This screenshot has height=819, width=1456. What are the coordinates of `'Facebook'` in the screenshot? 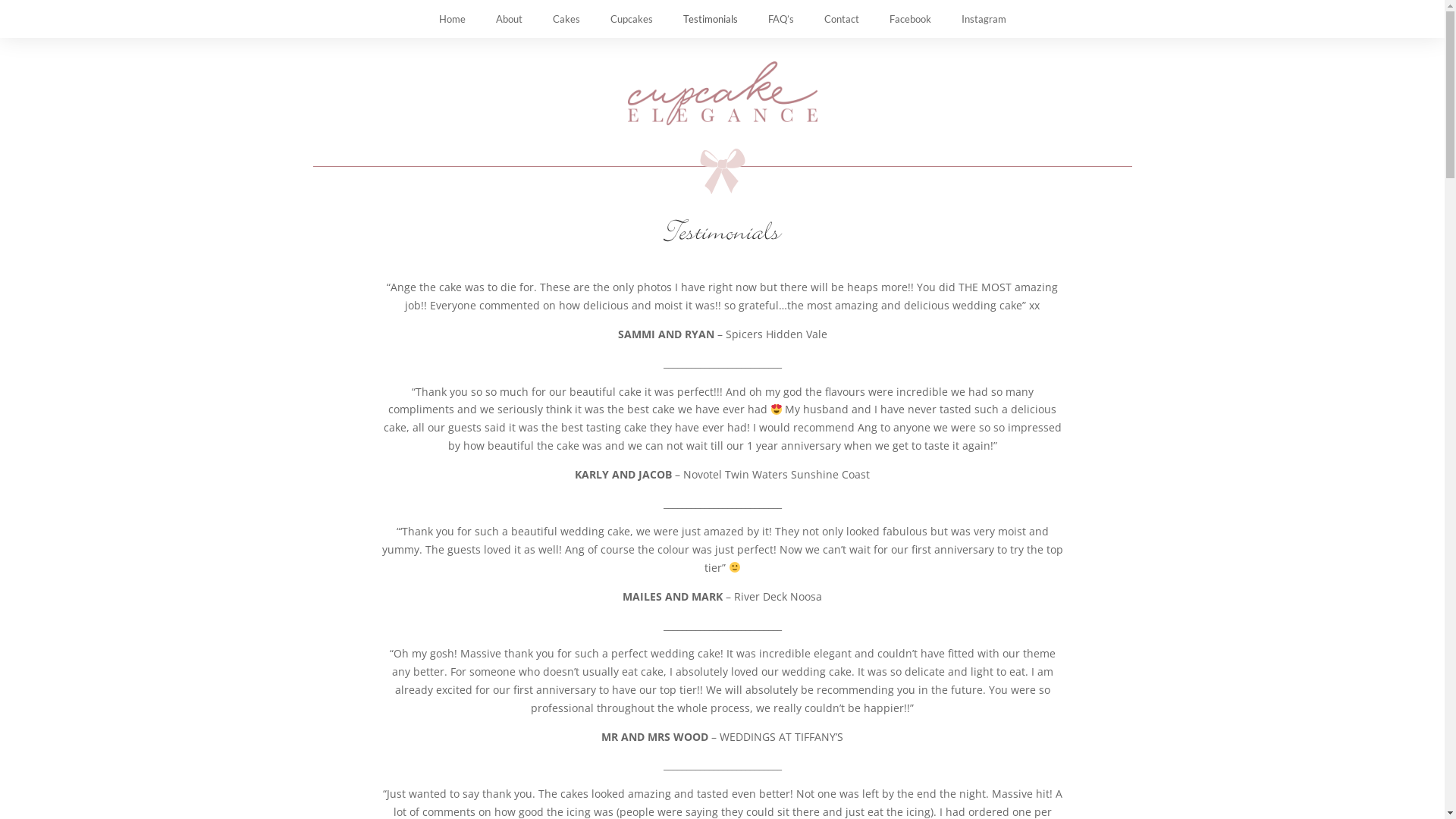 It's located at (874, 18).